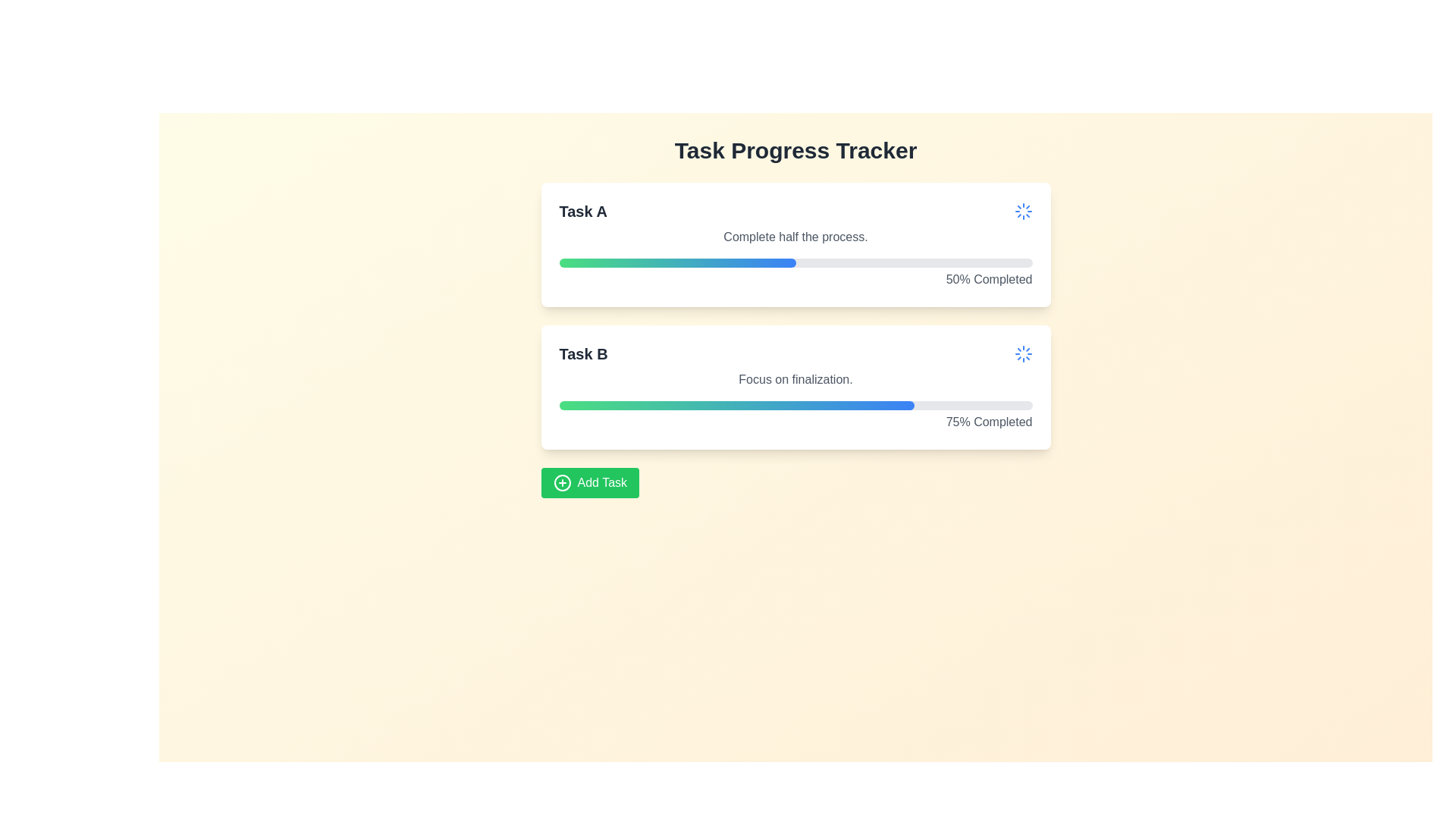 The height and width of the screenshot is (819, 1456). Describe the element at coordinates (561, 482) in the screenshot. I see `the add icon located within the green button labeled 'Add Task'` at that location.